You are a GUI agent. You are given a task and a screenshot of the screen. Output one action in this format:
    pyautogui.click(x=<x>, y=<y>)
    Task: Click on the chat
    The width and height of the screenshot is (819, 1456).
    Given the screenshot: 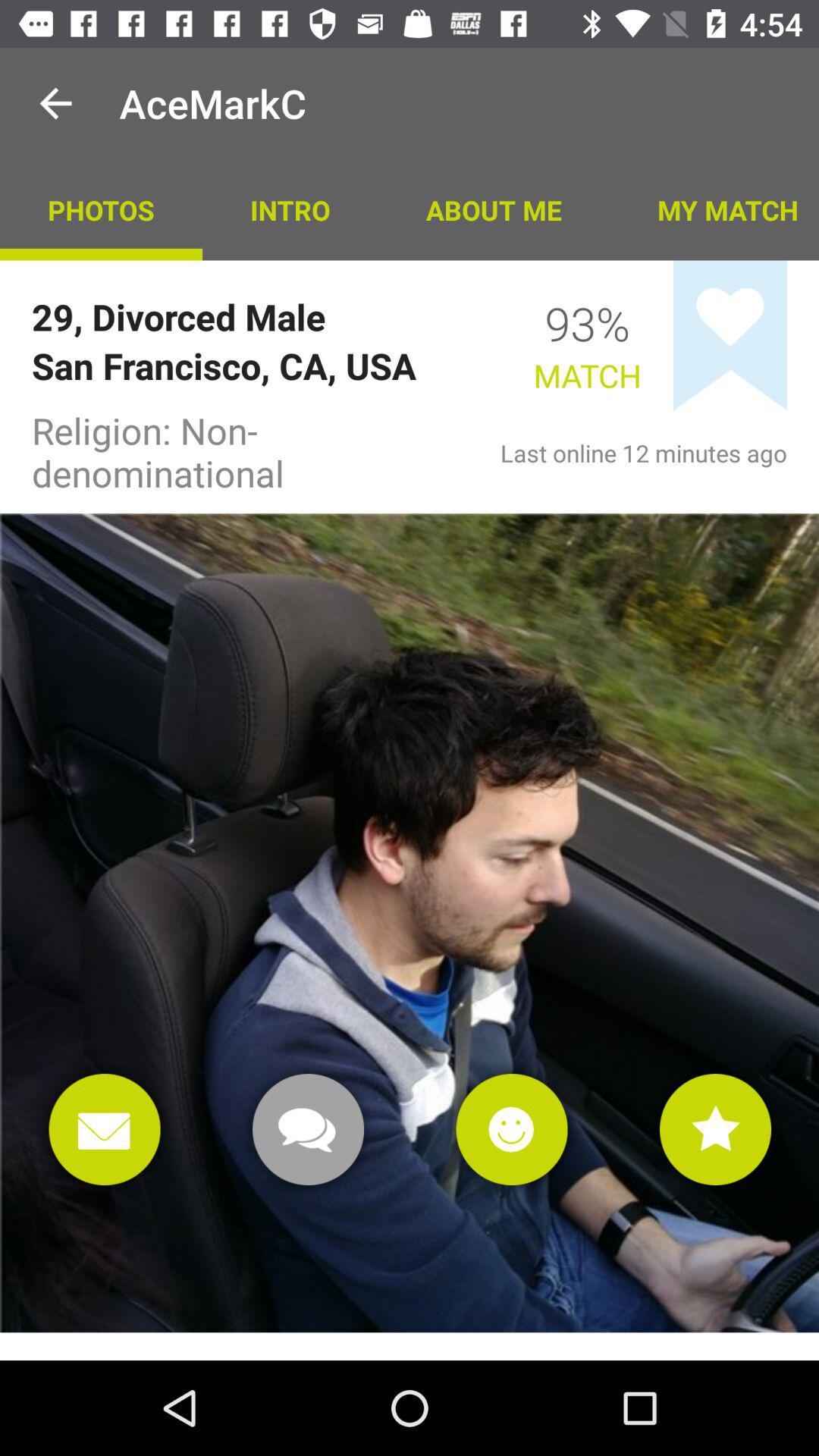 What is the action you would take?
    pyautogui.click(x=307, y=1129)
    